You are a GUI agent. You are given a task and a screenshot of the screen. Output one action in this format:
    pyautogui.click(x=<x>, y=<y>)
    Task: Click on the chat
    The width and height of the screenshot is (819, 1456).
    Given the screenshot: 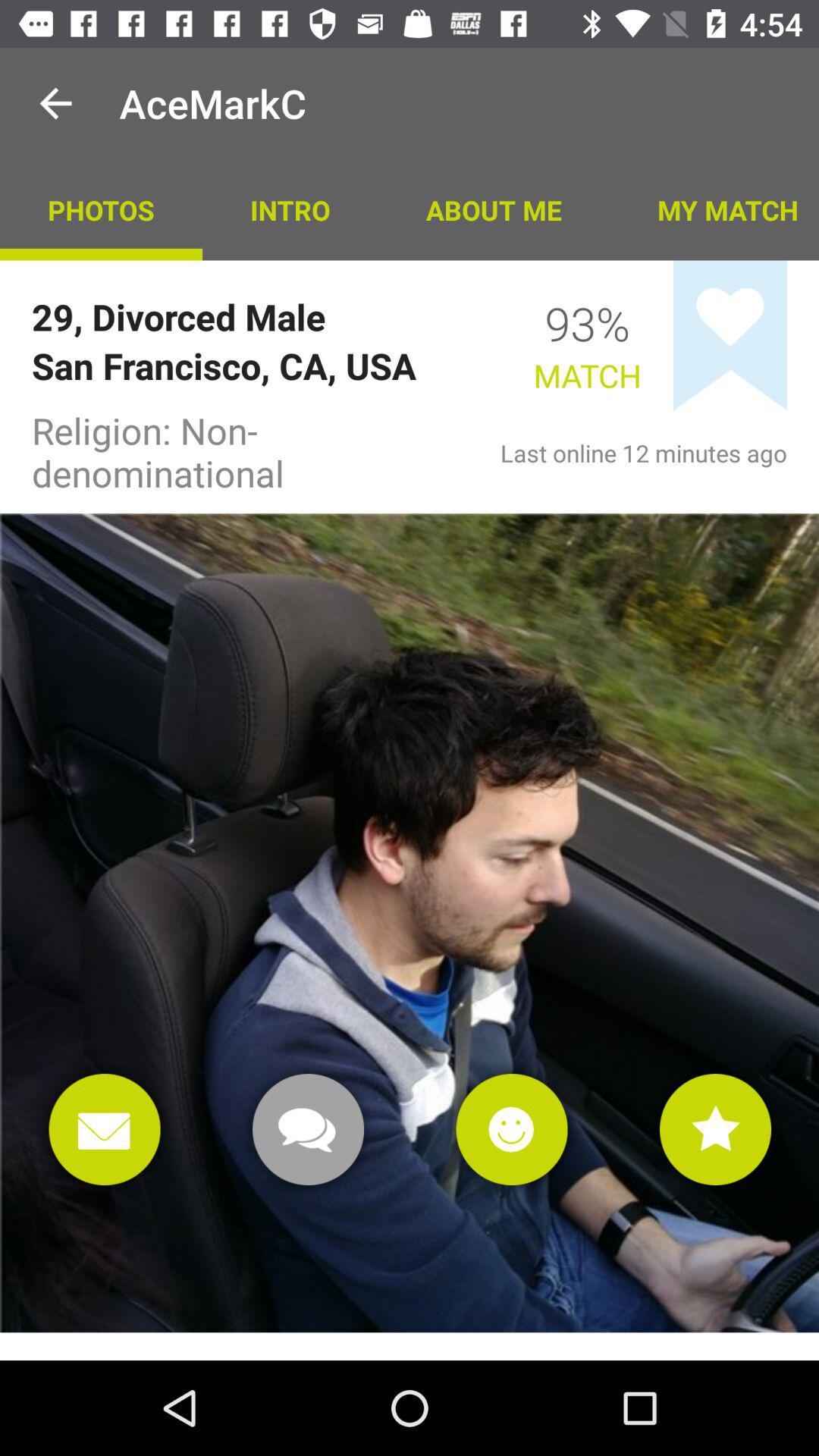 What is the action you would take?
    pyautogui.click(x=307, y=1129)
    